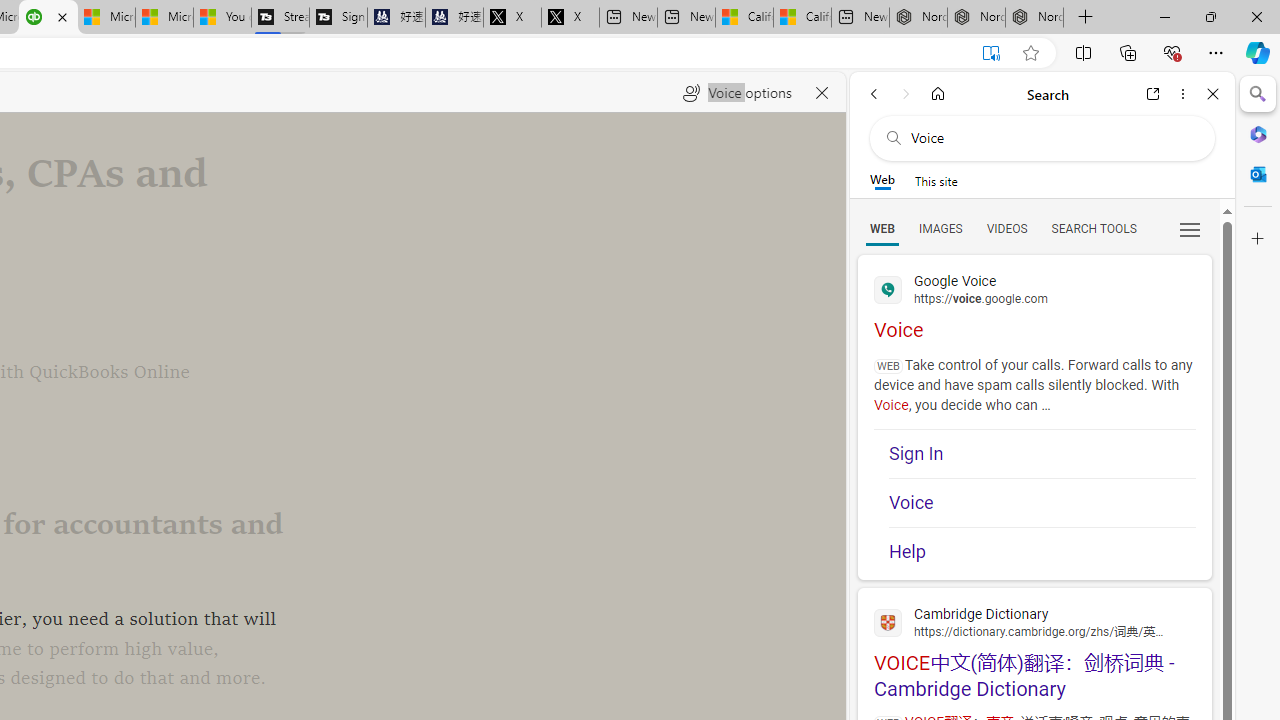 The image size is (1280, 720). Describe the element at coordinates (937, 93) in the screenshot. I see `'Home'` at that location.